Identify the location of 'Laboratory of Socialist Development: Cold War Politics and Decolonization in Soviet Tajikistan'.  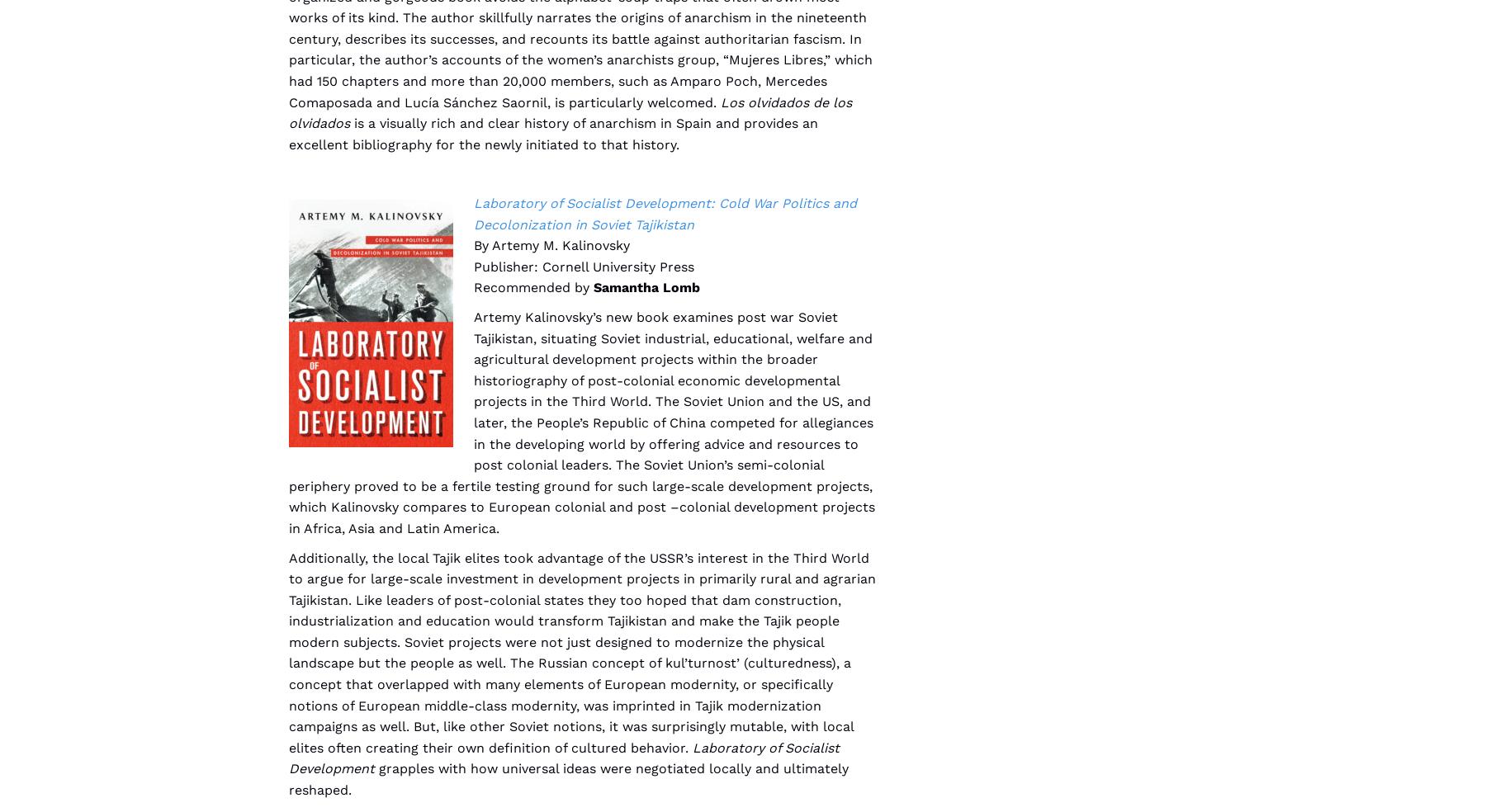
(665, 212).